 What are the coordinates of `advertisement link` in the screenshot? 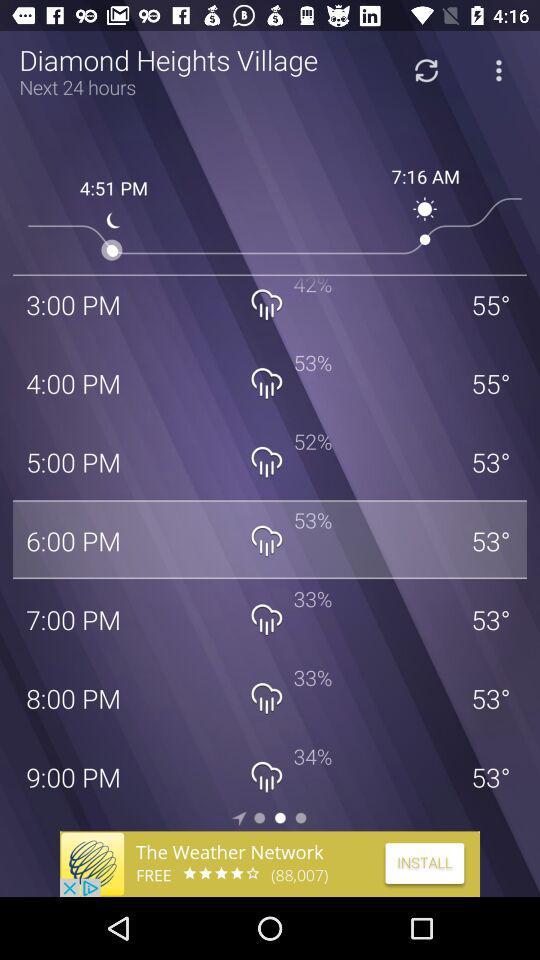 It's located at (270, 863).